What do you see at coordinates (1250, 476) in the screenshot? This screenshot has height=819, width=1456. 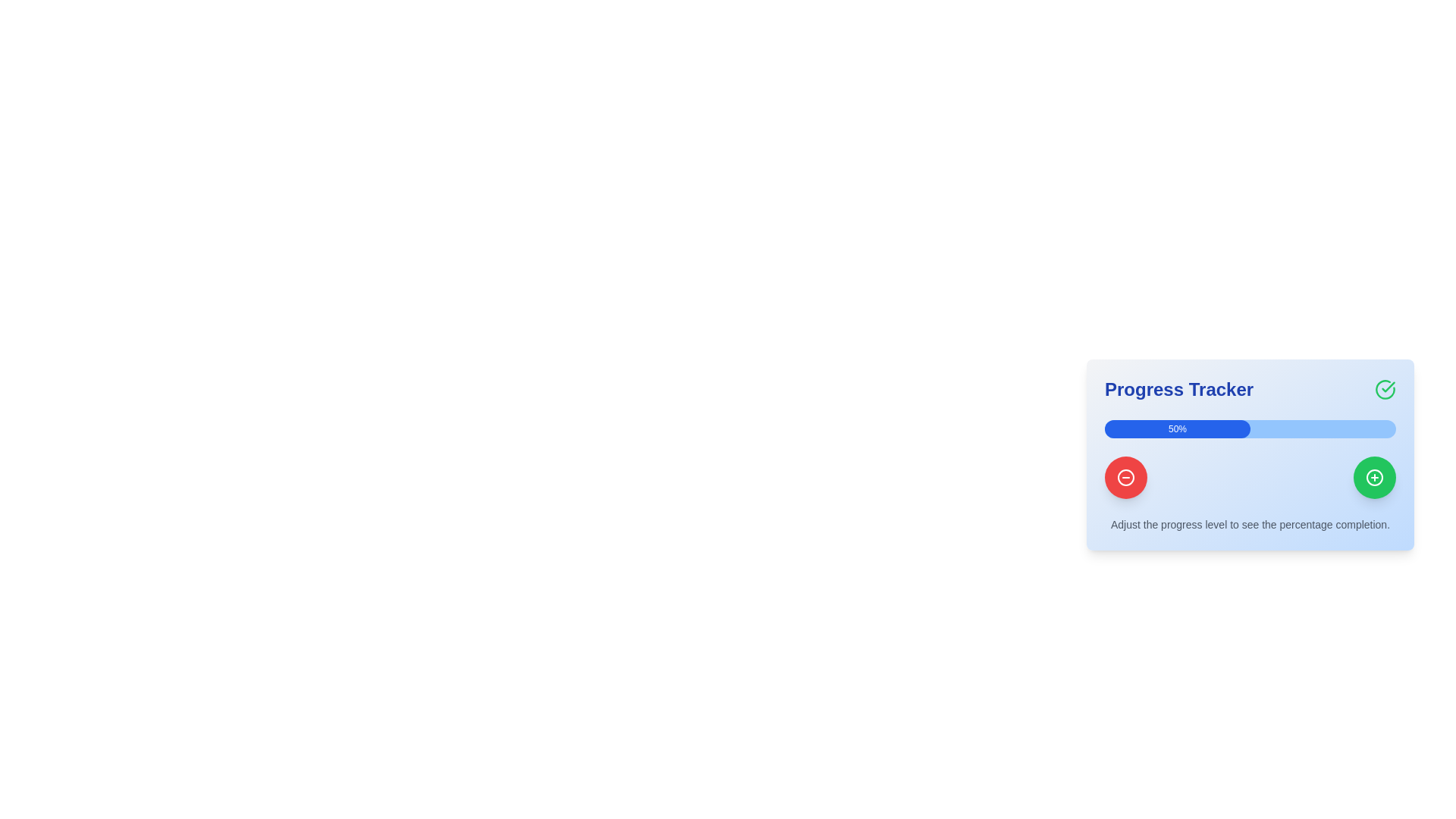 I see `the minus button in the Custom control group located below the blue progress bar labeled '50%' to decrease a value` at bounding box center [1250, 476].